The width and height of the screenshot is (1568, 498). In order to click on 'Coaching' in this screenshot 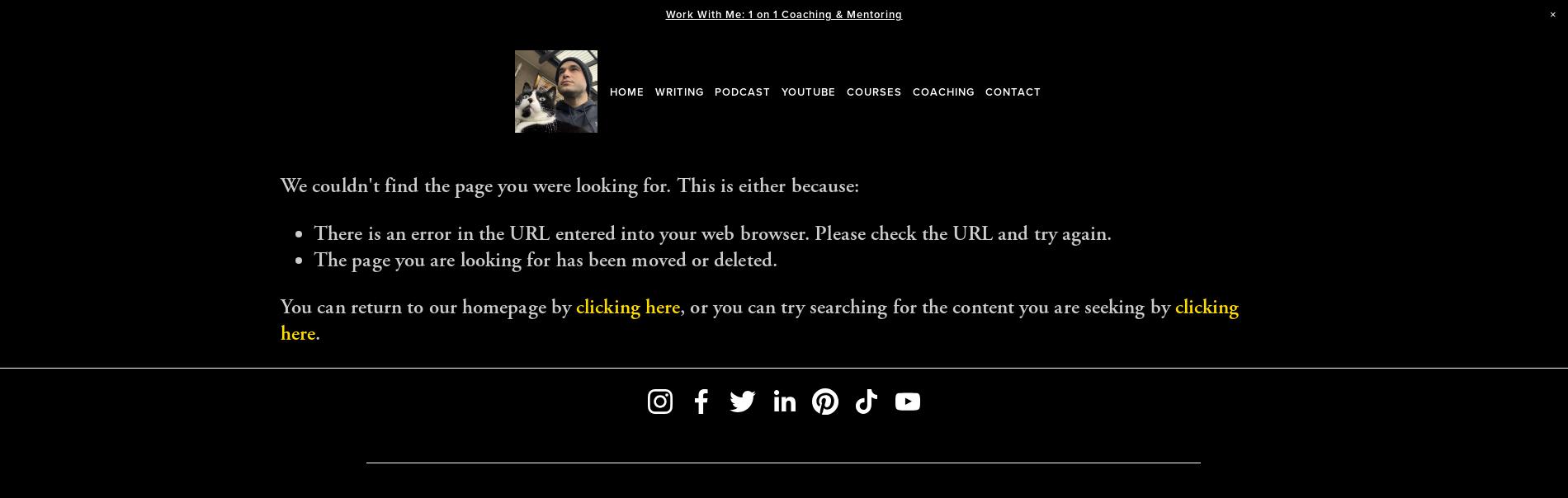, I will do `click(943, 91)`.